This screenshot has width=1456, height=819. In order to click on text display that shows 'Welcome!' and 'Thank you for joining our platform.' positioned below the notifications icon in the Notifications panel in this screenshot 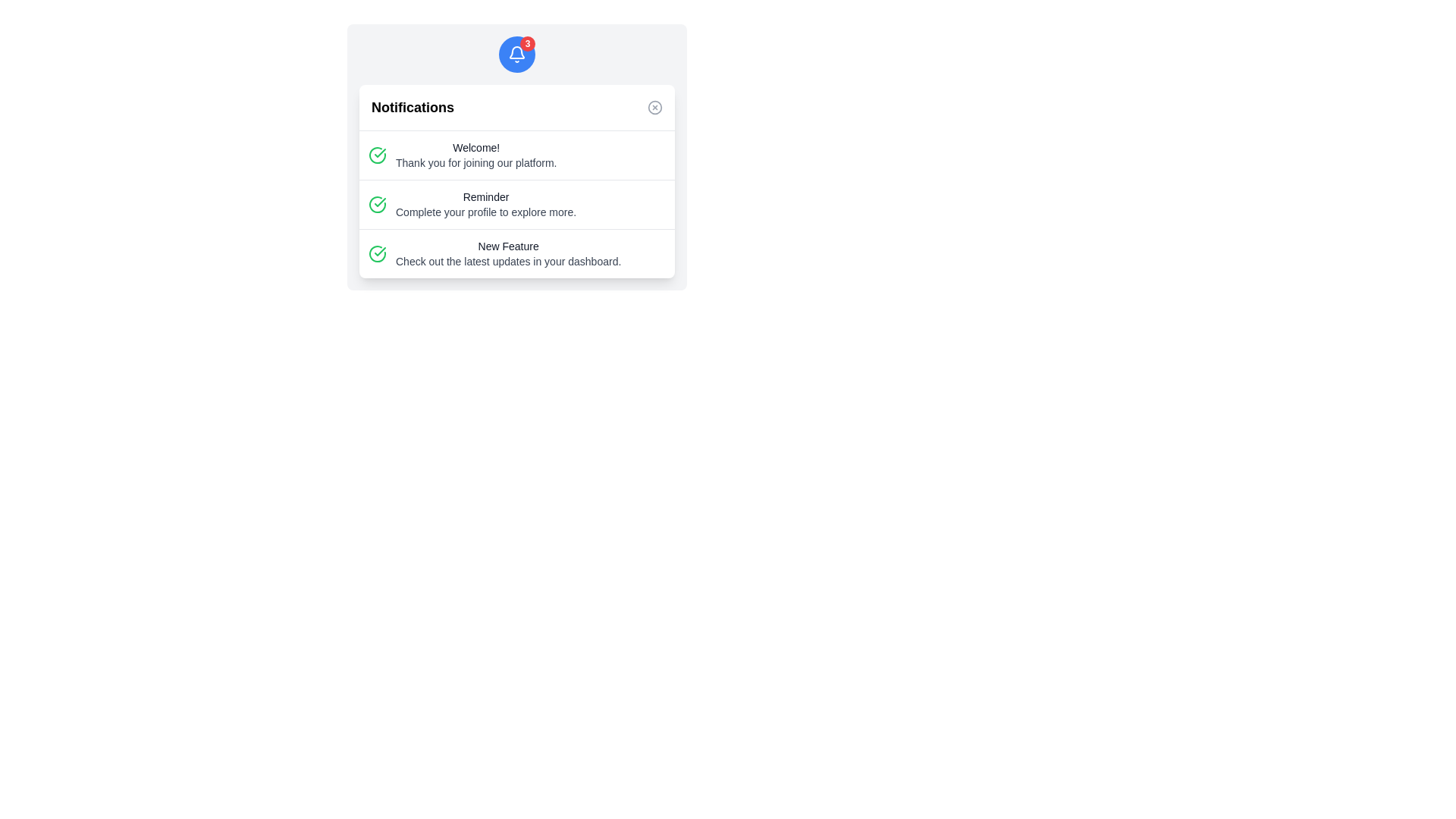, I will do `click(475, 155)`.